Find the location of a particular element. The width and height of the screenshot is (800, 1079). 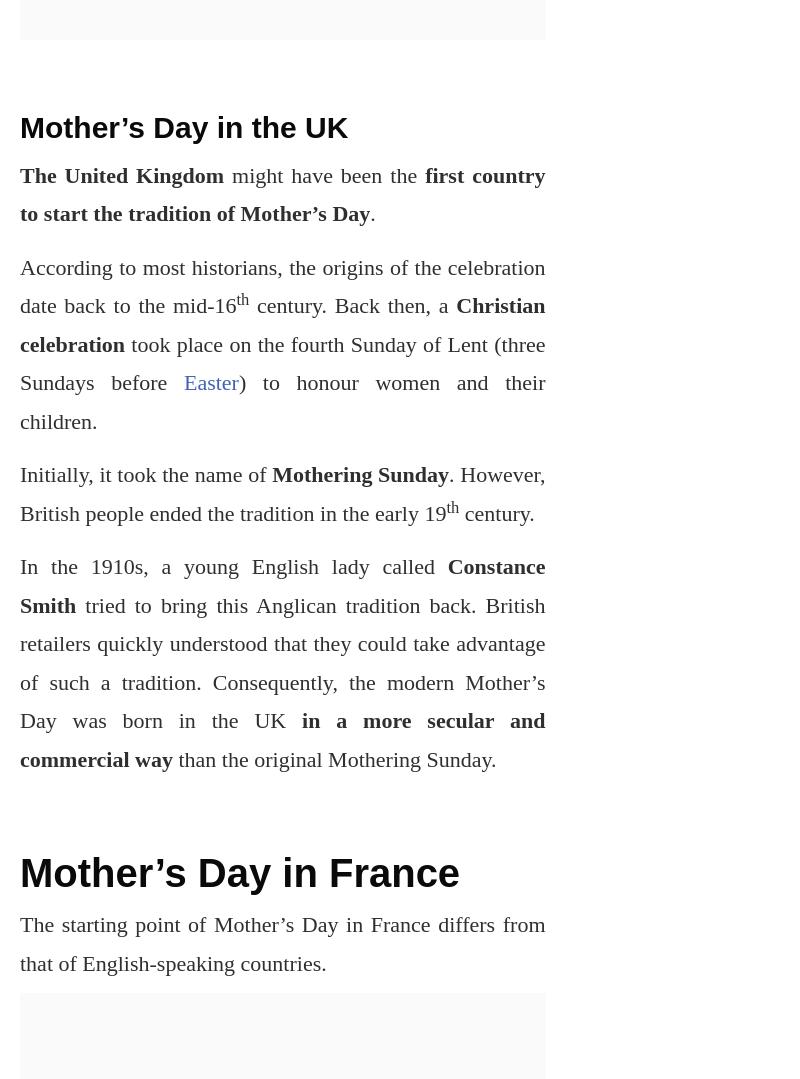

'tried to bring this Anglican tradition back. British retailers quickly understood that they could take advantage of such a tradition. Consequently, the modern Mother’s Day was born in the UK' is located at coordinates (20, 661).